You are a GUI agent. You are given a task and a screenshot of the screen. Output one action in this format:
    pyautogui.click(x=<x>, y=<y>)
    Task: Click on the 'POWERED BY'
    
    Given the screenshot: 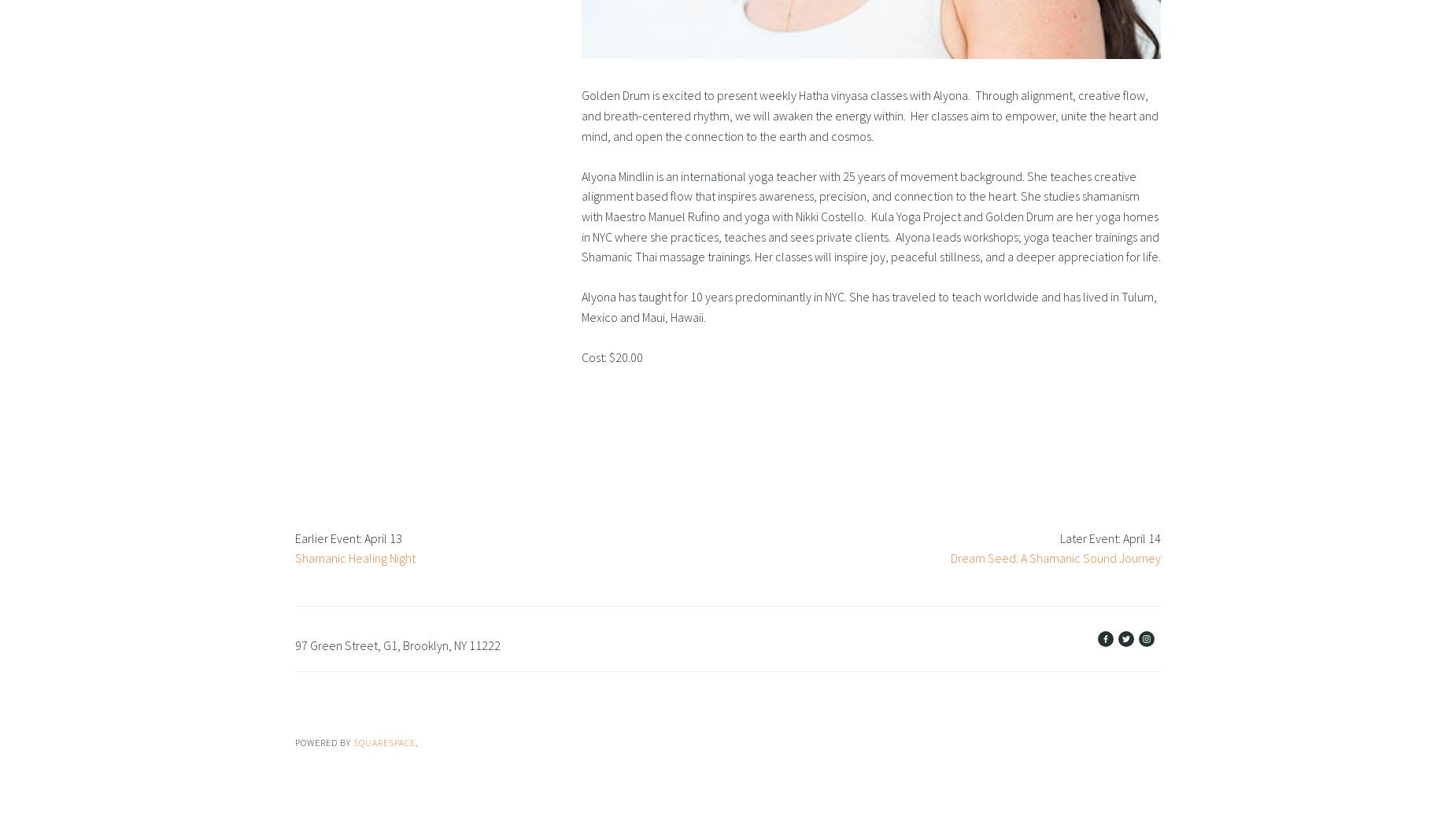 What is the action you would take?
    pyautogui.click(x=294, y=741)
    